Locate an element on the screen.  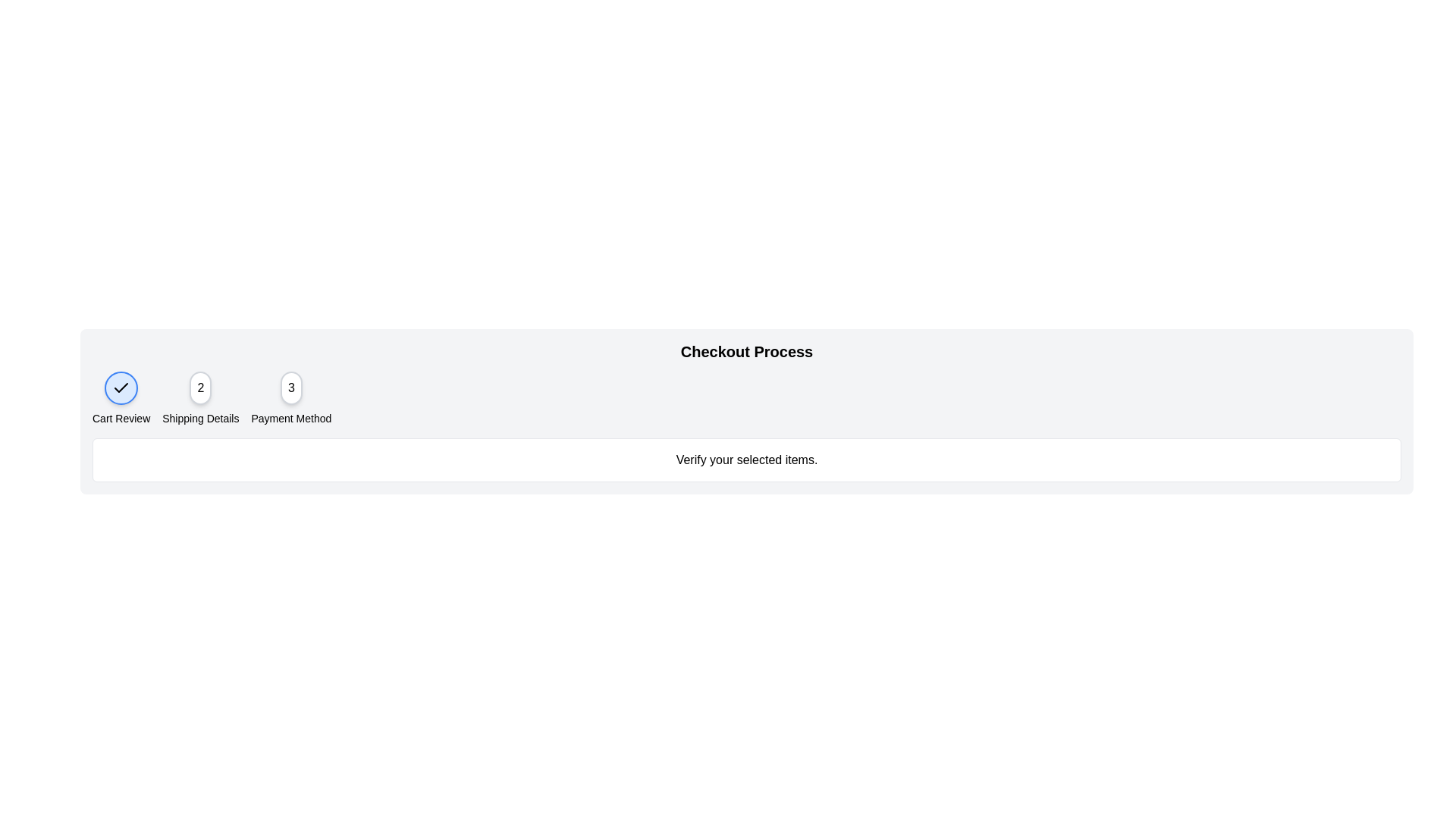
the third step indicator button that represents the 'Payment Method' step is located at coordinates (291, 388).